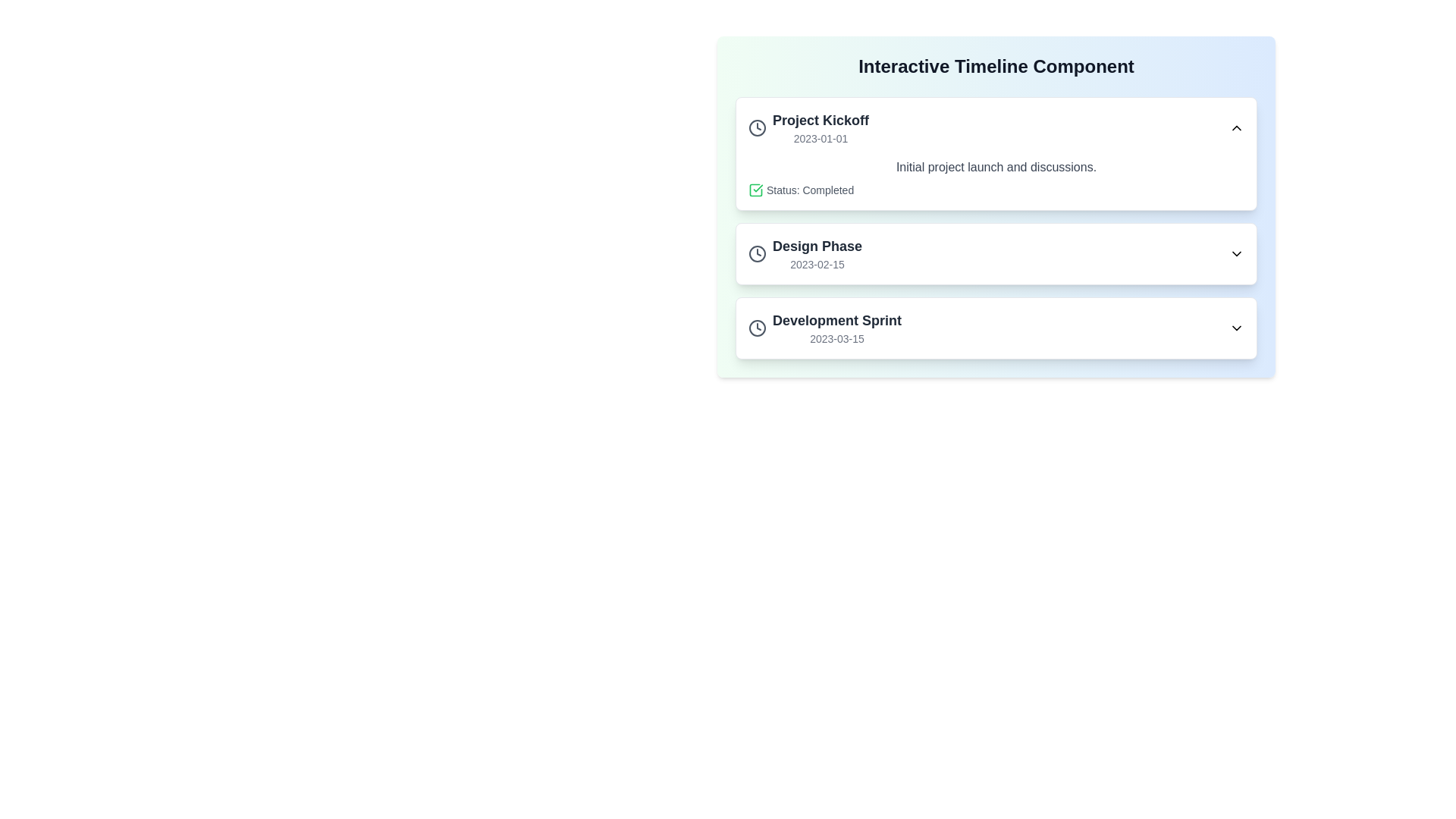 The height and width of the screenshot is (819, 1456). Describe the element at coordinates (817, 245) in the screenshot. I see `the text label displaying 'Design Phase' in bold, large dark gray font, positioned above the date '2023-02-15' in the vertical timeline interface` at that location.